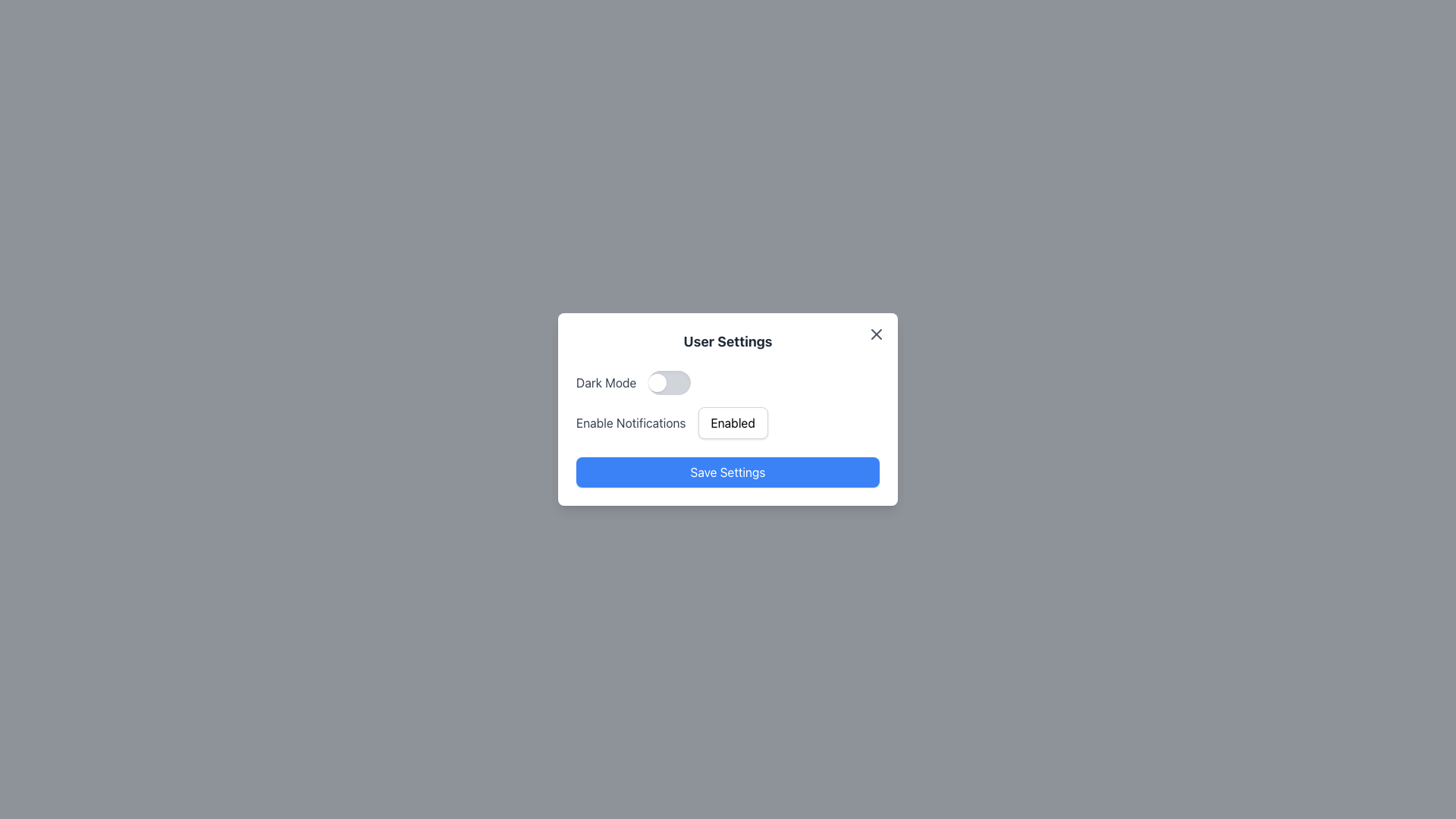 The image size is (1456, 819). I want to click on the circular toggle knob located within the settings dialog box, adjacent, so click(657, 382).